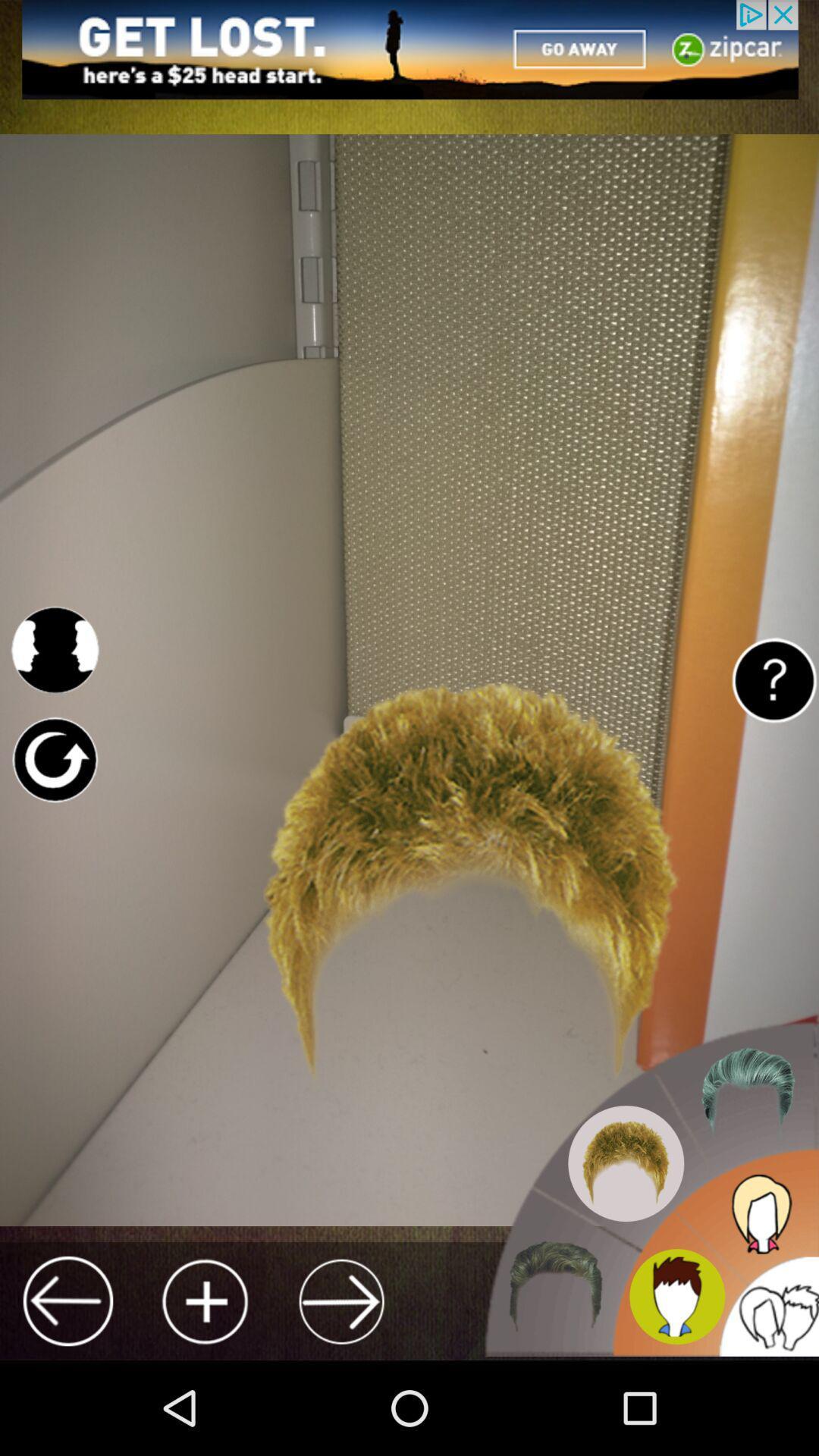  What do you see at coordinates (54, 812) in the screenshot?
I see `the refresh icon` at bounding box center [54, 812].